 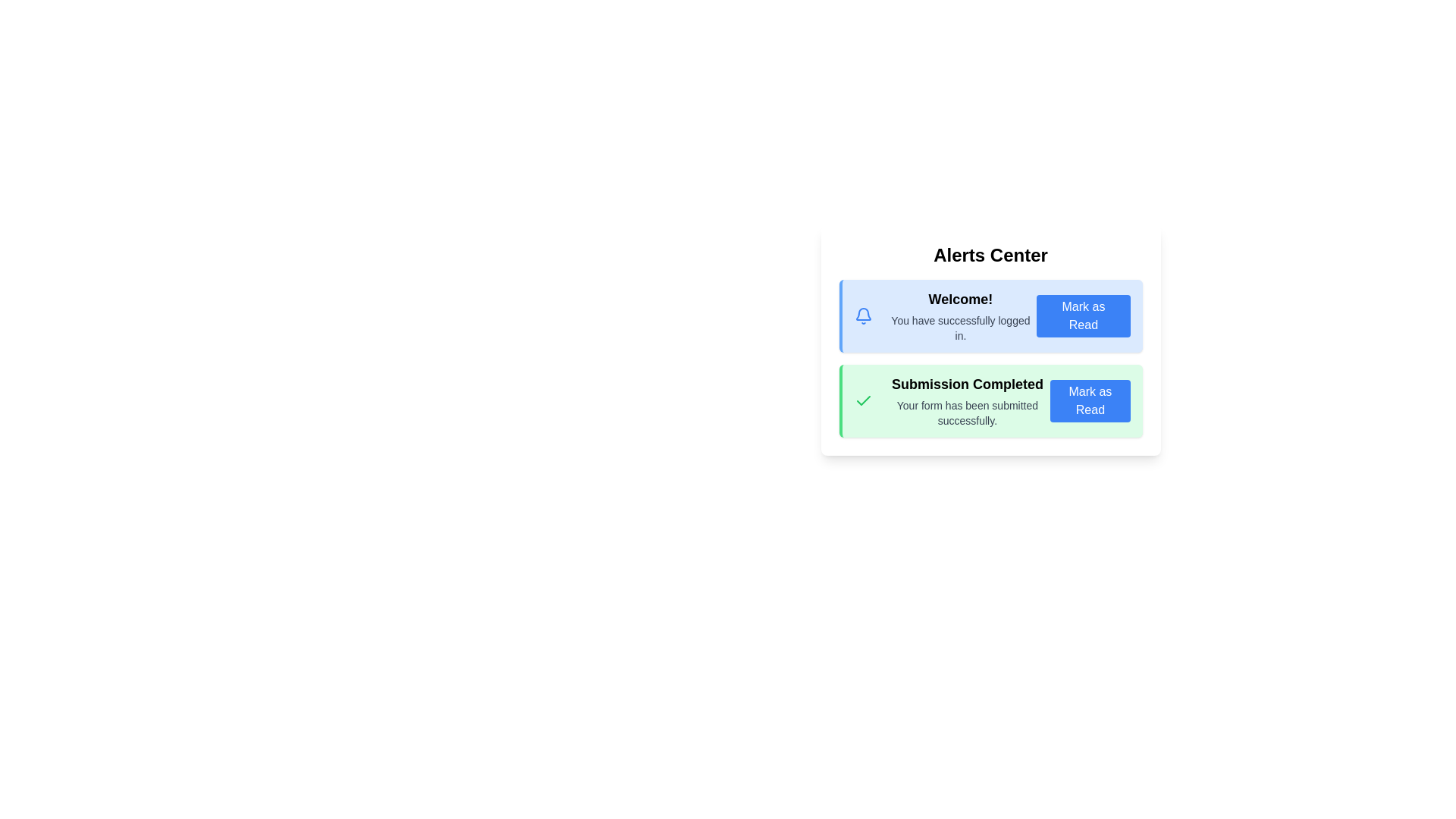 What do you see at coordinates (960, 315) in the screenshot?
I see `the notification message indicating successful login, located in the notifications area next to the bell icon and the 'Mark as Read' button` at bounding box center [960, 315].